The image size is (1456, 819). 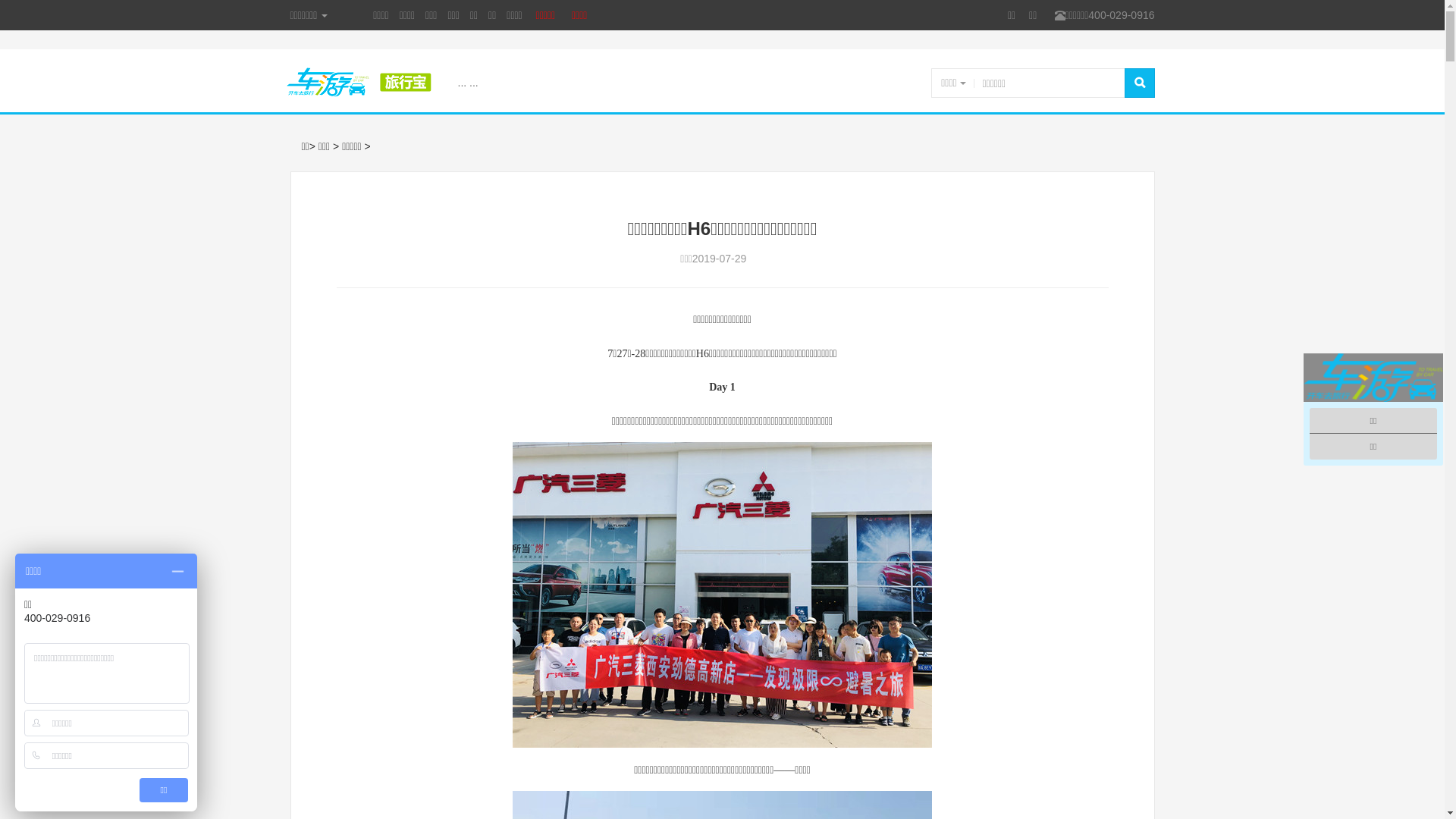 I want to click on '1564369330981738.jpg', so click(x=721, y=594).